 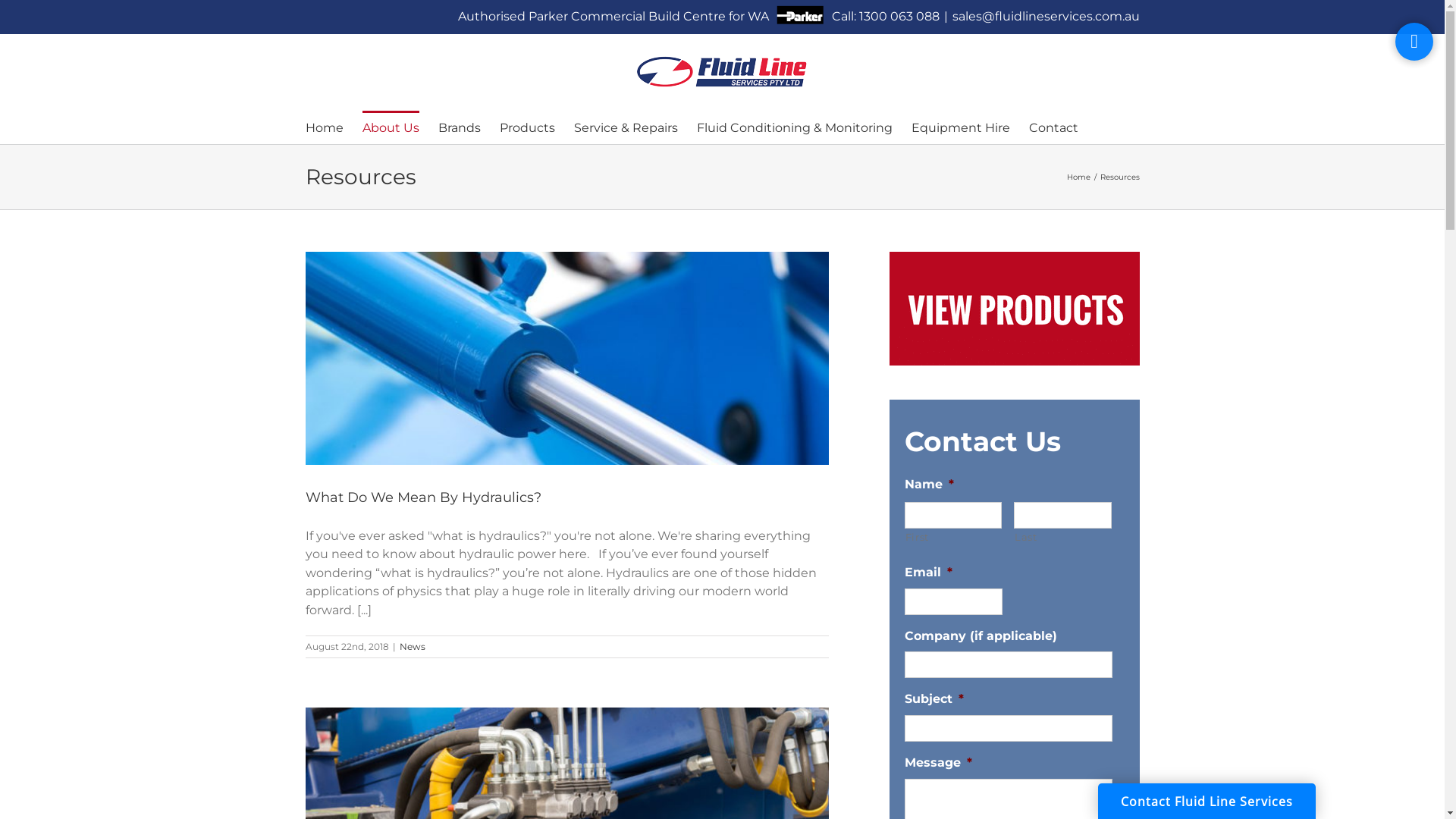 What do you see at coordinates (1045, 16) in the screenshot?
I see `'sales@fluidlineservices.com.au'` at bounding box center [1045, 16].